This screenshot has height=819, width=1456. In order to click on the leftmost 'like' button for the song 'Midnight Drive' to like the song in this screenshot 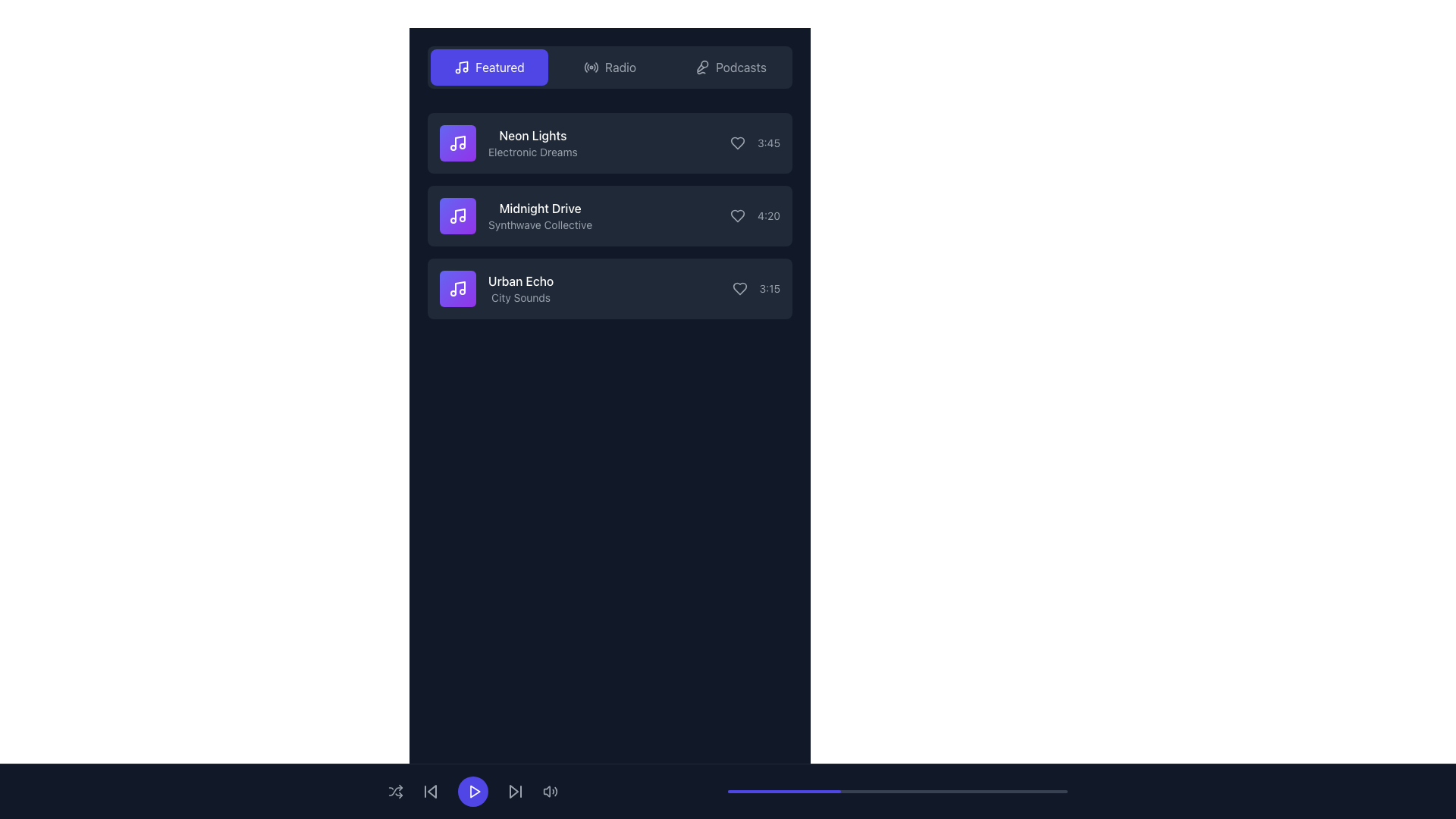, I will do `click(738, 216)`.